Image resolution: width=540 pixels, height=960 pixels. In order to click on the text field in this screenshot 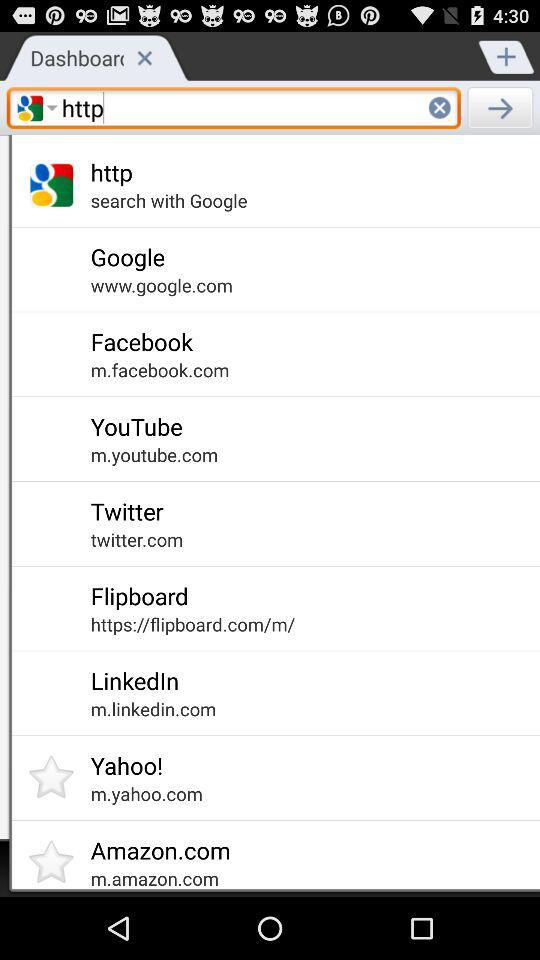, I will do `click(29, 108)`.